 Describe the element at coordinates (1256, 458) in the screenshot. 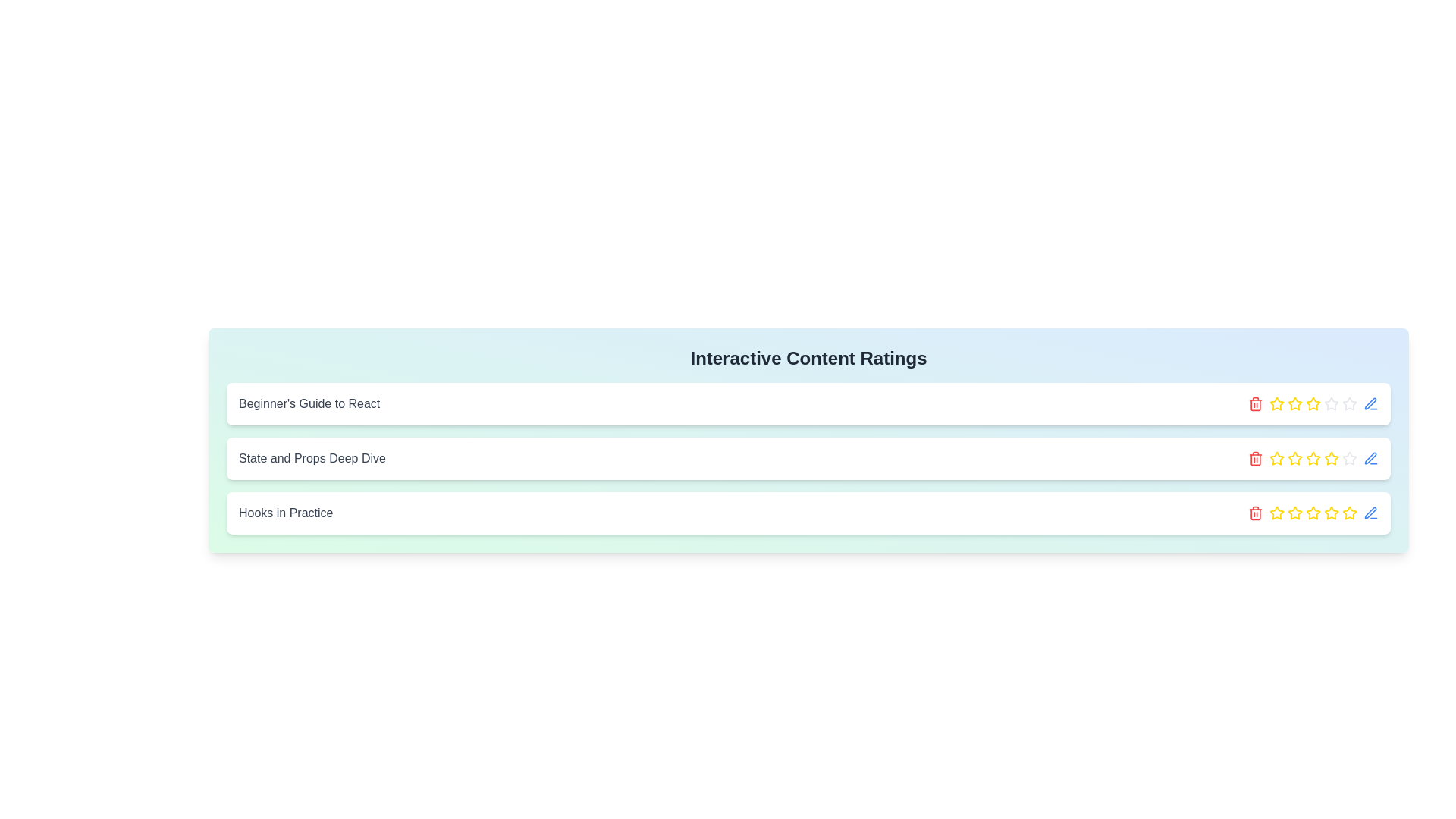

I see `the delete button located on the far left of the row containing the 'State and Props Deep Dive' text, preceding a 5-star rating and to the left of a blue edit icon` at that location.